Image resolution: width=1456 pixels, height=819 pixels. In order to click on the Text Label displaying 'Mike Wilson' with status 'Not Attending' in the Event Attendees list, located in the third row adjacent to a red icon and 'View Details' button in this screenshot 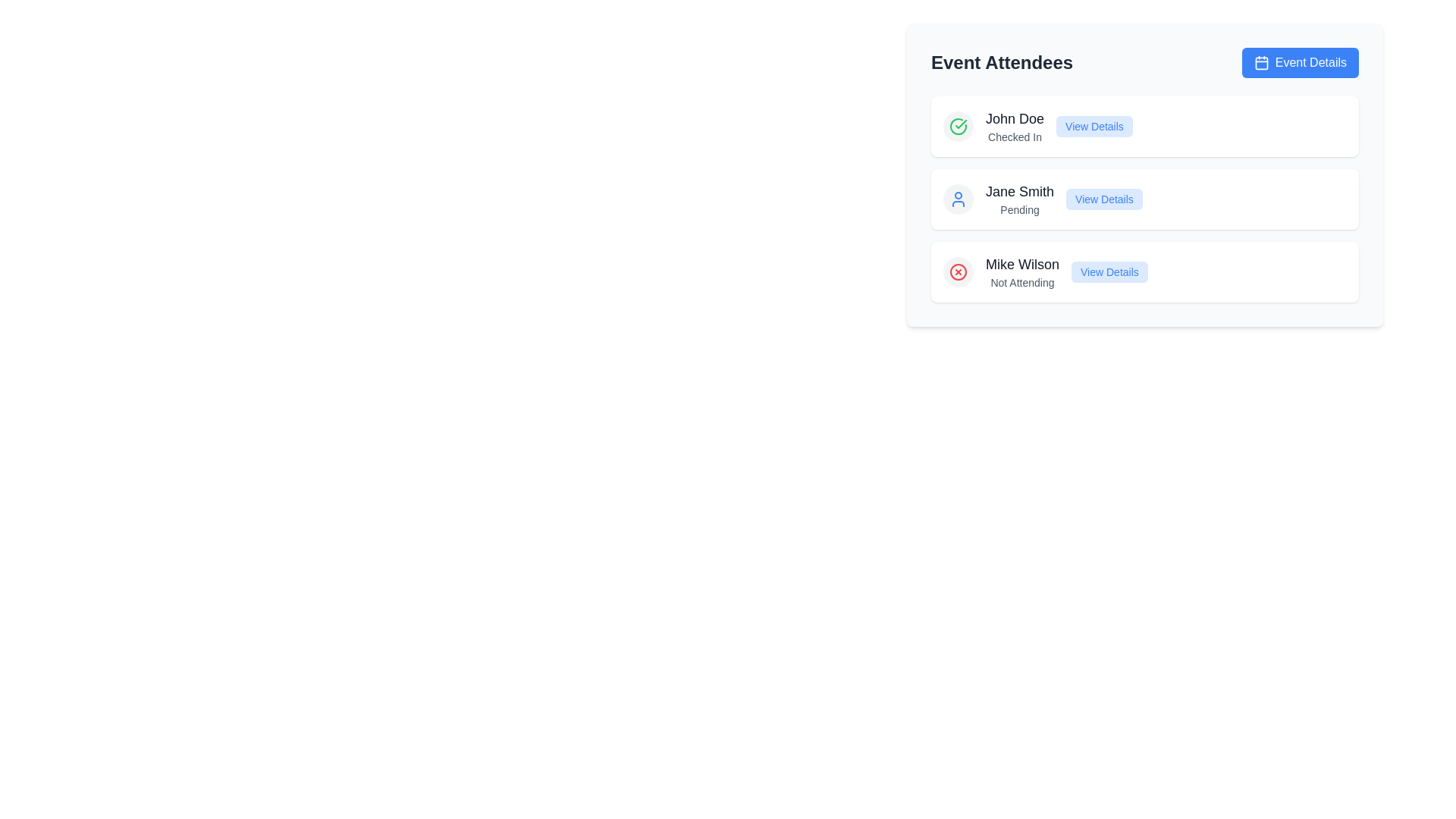, I will do `click(1022, 271)`.